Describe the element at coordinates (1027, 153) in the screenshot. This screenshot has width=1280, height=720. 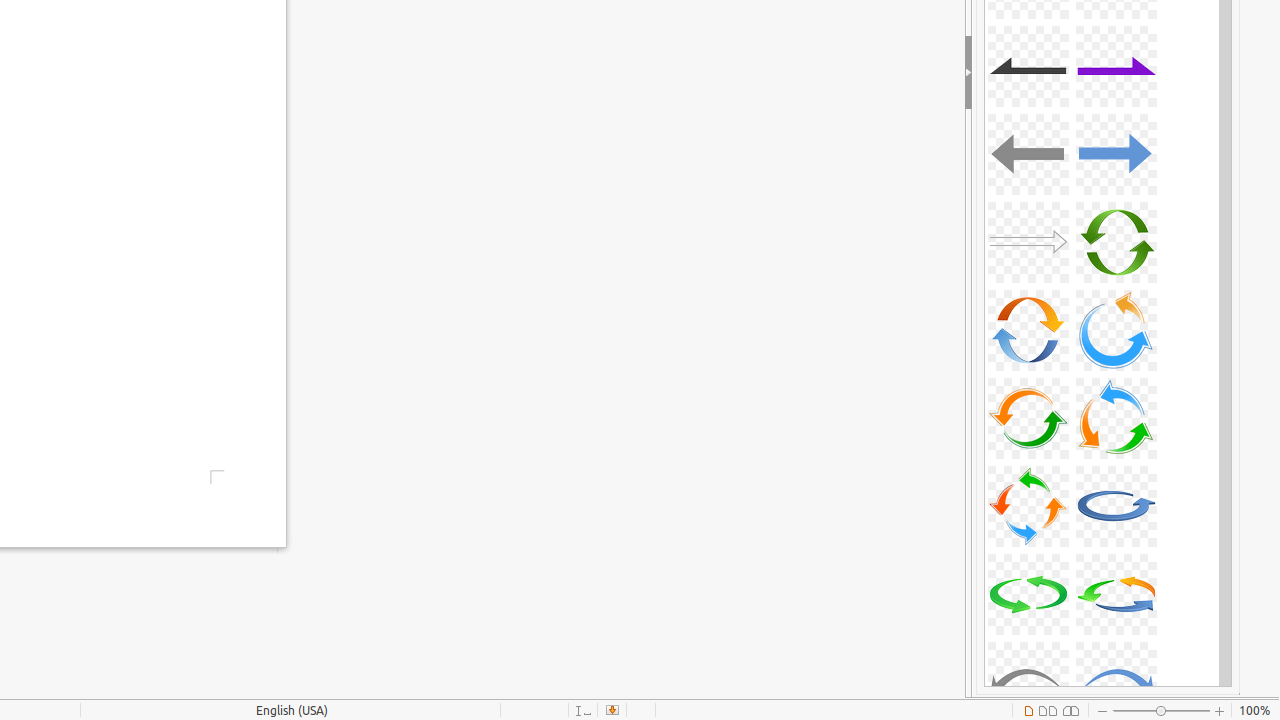
I see `'A11-Arrow-Gray-Left'` at that location.